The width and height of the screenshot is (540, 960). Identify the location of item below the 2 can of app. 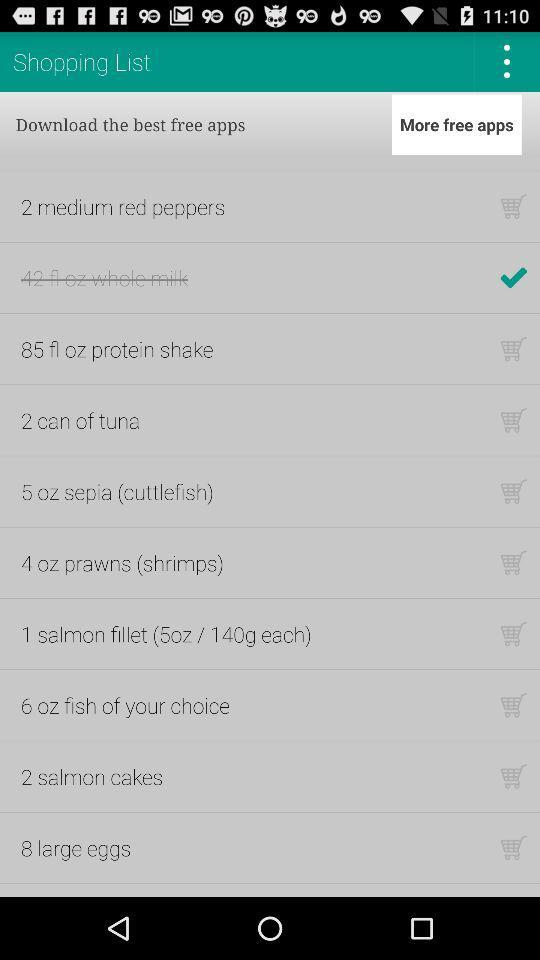
(117, 490).